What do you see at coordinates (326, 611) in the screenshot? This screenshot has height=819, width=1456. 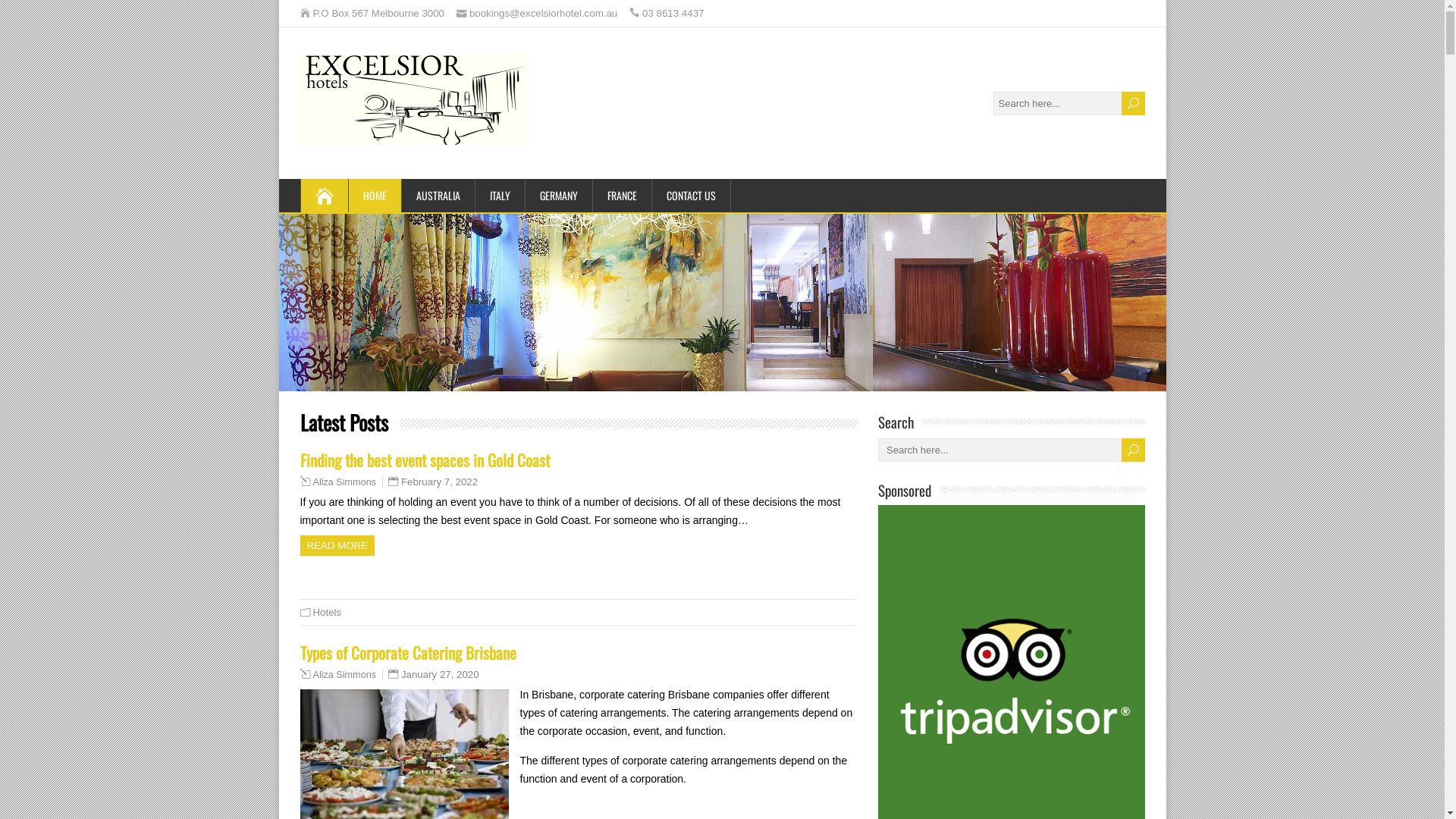 I see `'Hotels'` at bounding box center [326, 611].